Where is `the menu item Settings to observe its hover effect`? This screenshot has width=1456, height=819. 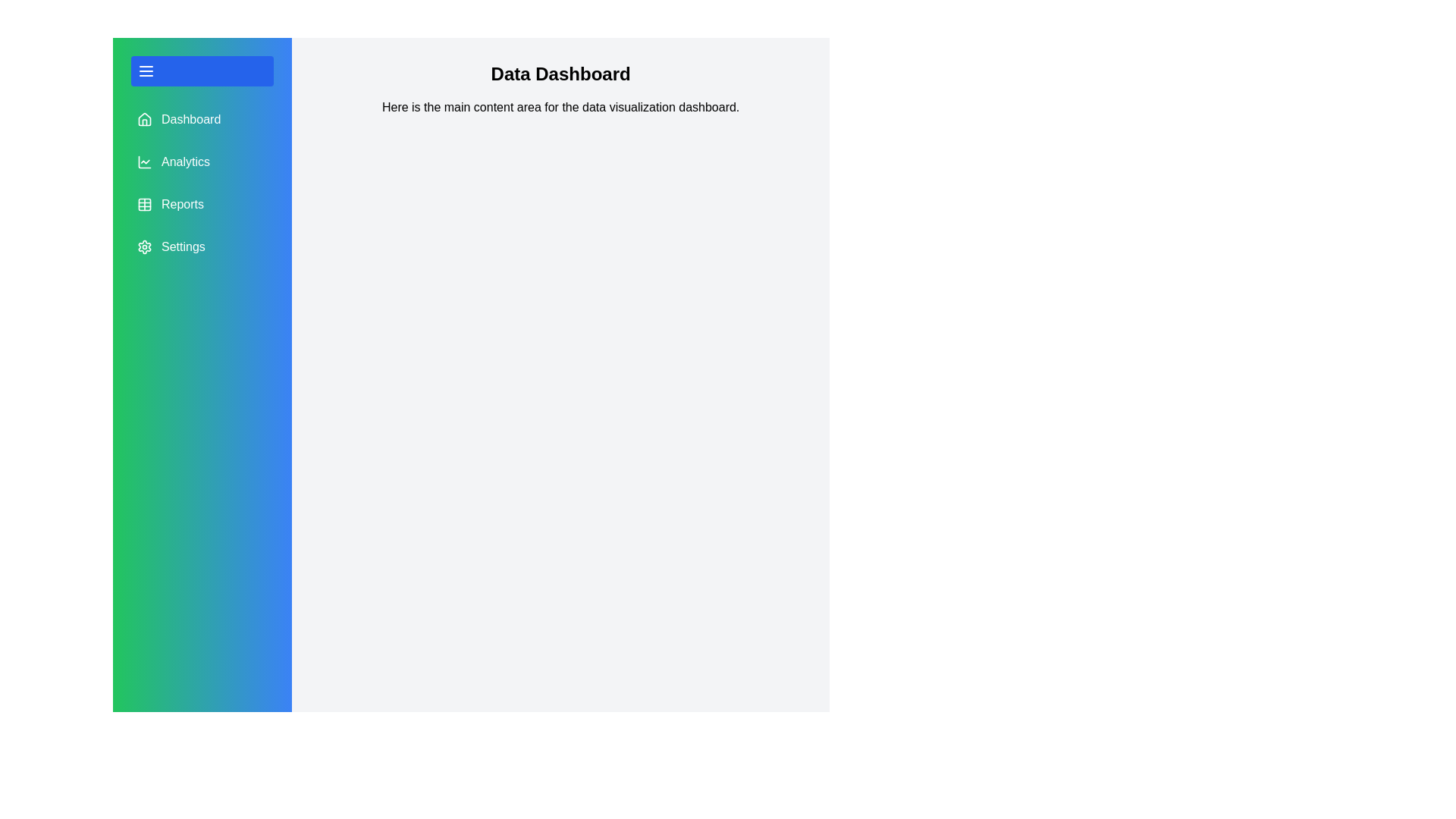
the menu item Settings to observe its hover effect is located at coordinates (202, 246).